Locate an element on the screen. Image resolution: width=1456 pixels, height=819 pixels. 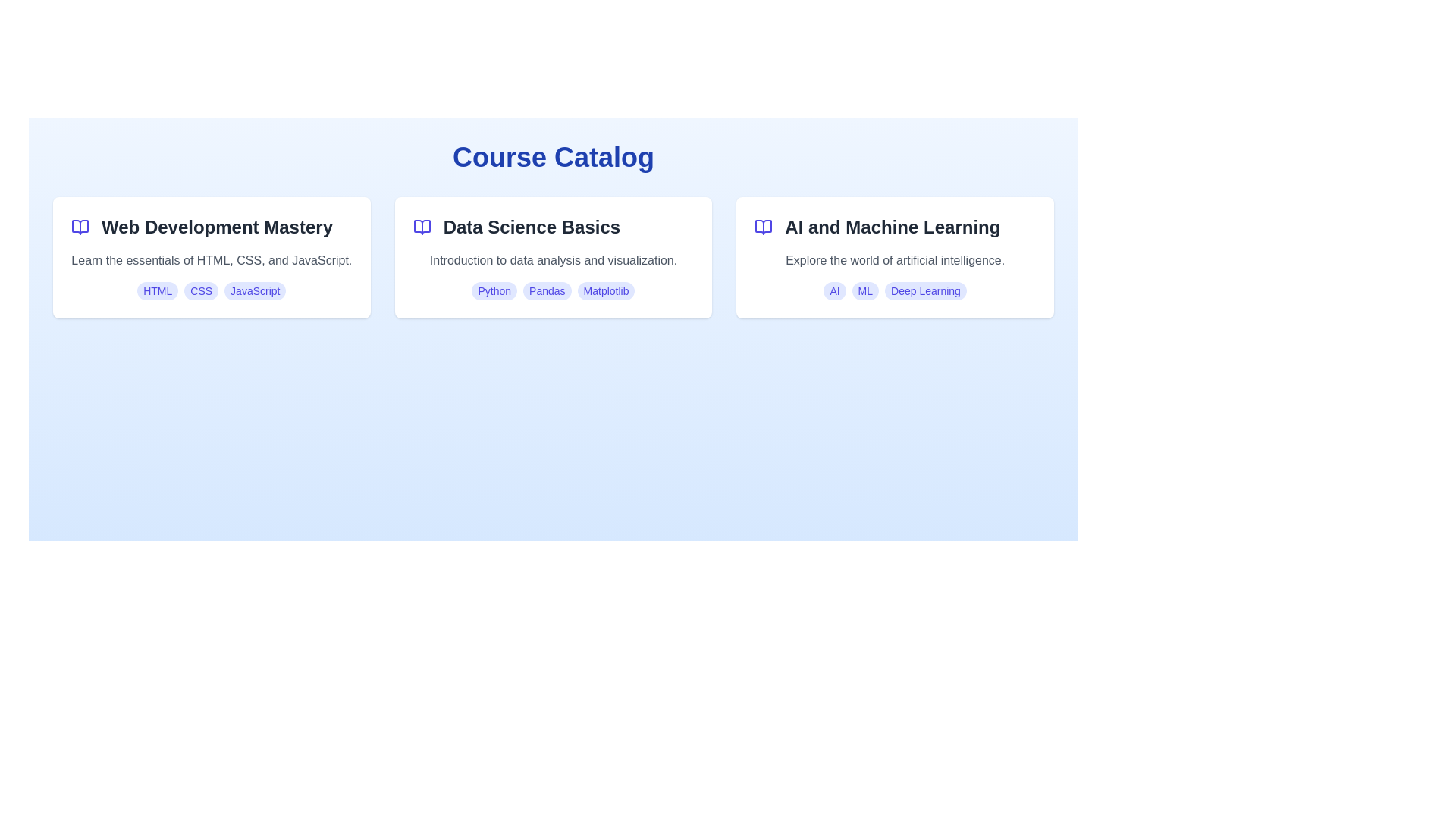
the informational card located at the far right of the three-column grid layout, which presents information about a course or topic related to AI and machine learning is located at coordinates (895, 256).